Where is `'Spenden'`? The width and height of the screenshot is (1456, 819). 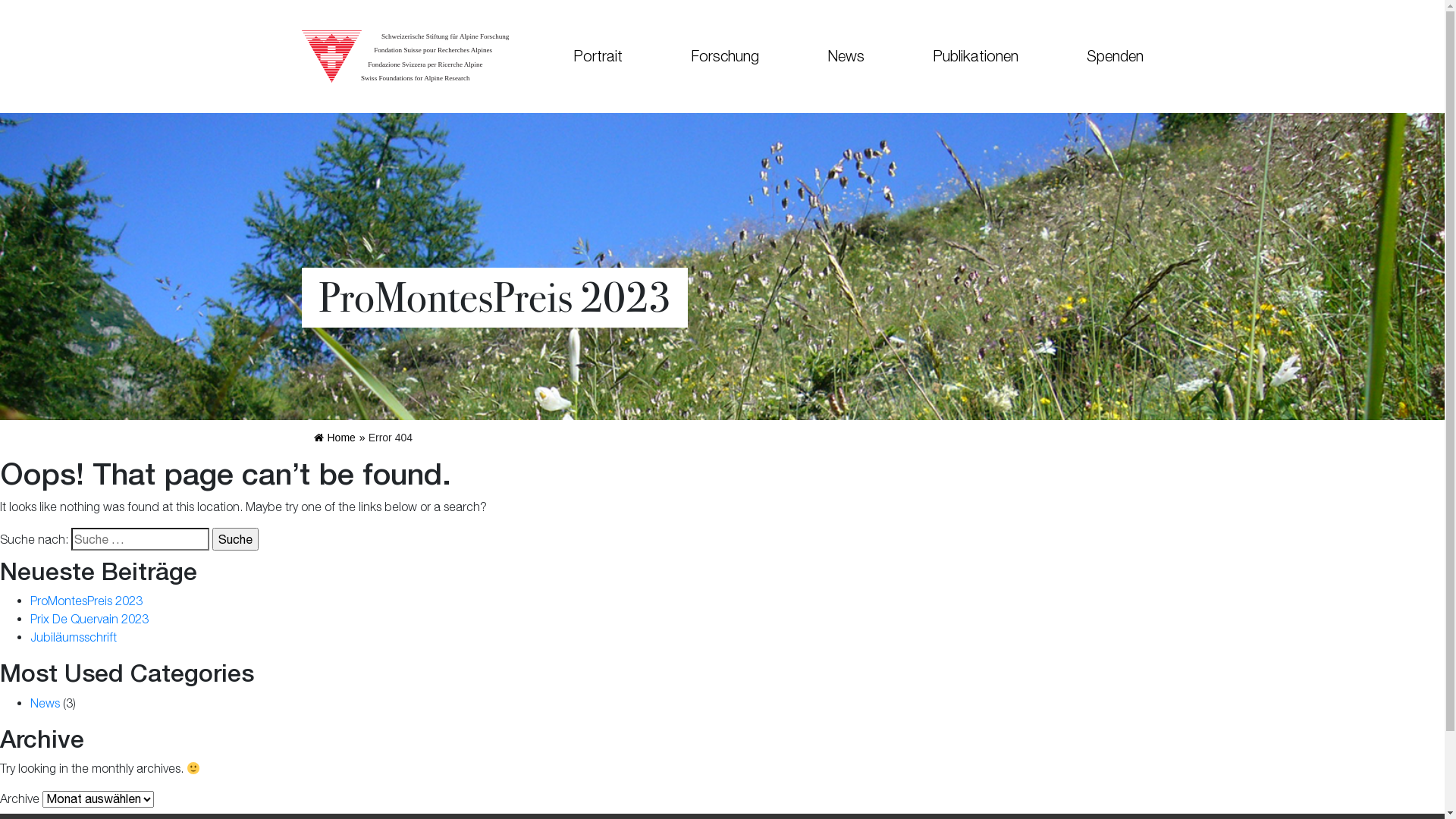
'Spenden' is located at coordinates (1098, 55).